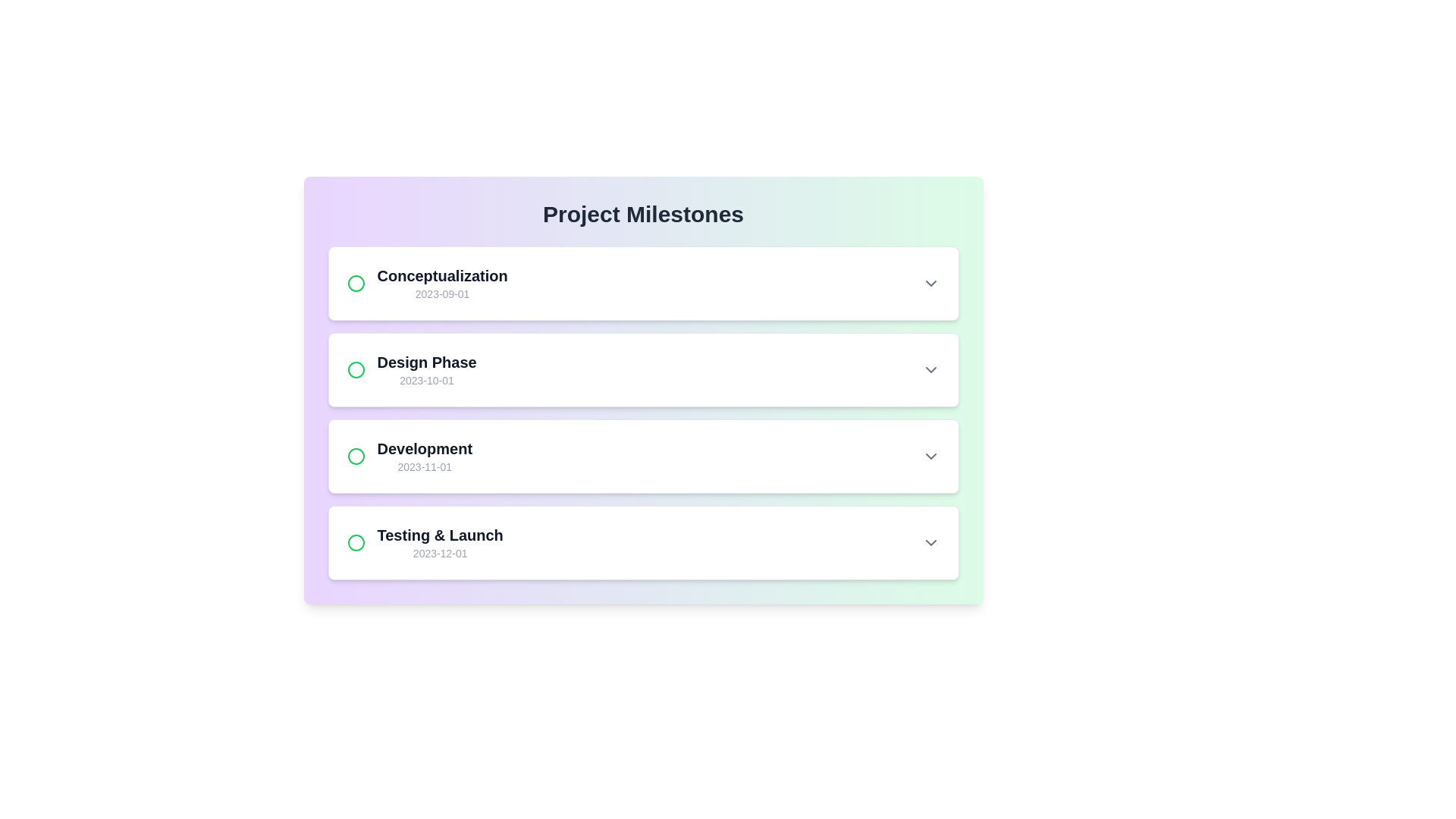 The height and width of the screenshot is (819, 1456). Describe the element at coordinates (355, 284) in the screenshot. I see `the graphical circle indicator with a green outline located near the top left of the first list item in the 'Project Milestones' section, adjacent to the text 'Conceptualization'` at that location.